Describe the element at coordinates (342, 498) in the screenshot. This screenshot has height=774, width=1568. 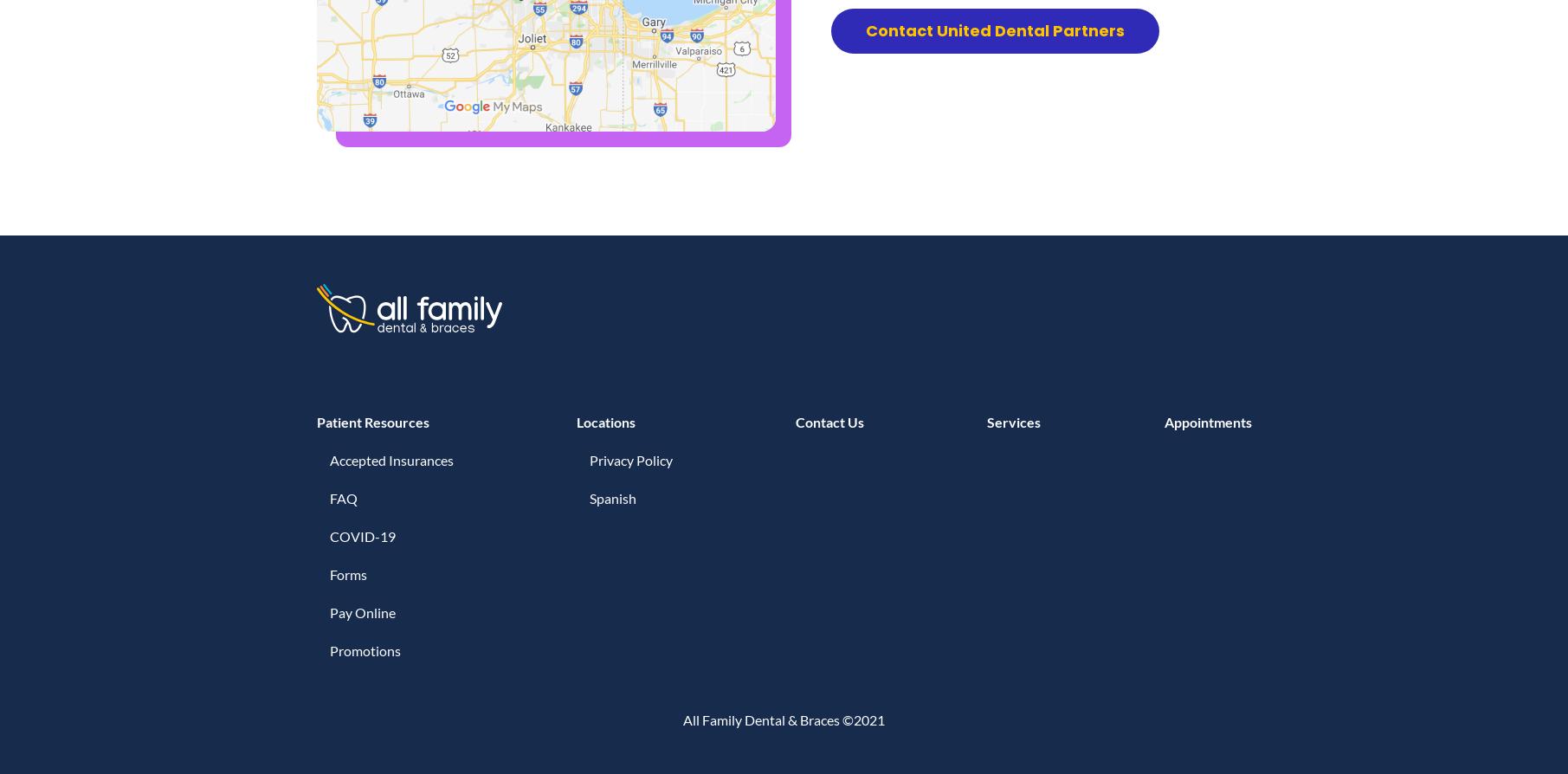
I see `'FAQ'` at that location.